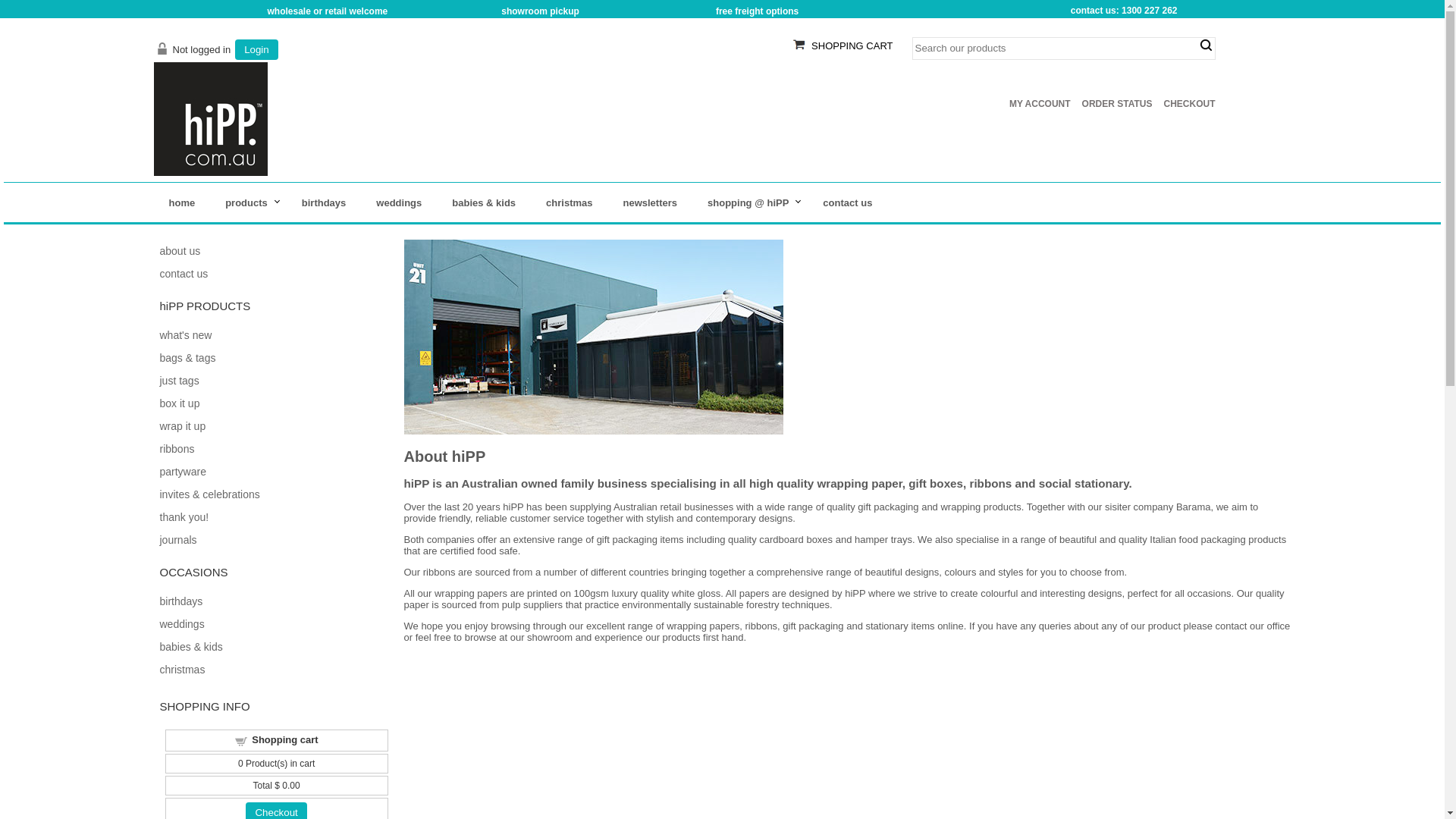 This screenshot has height=819, width=1456. I want to click on 'partyware', so click(182, 470).